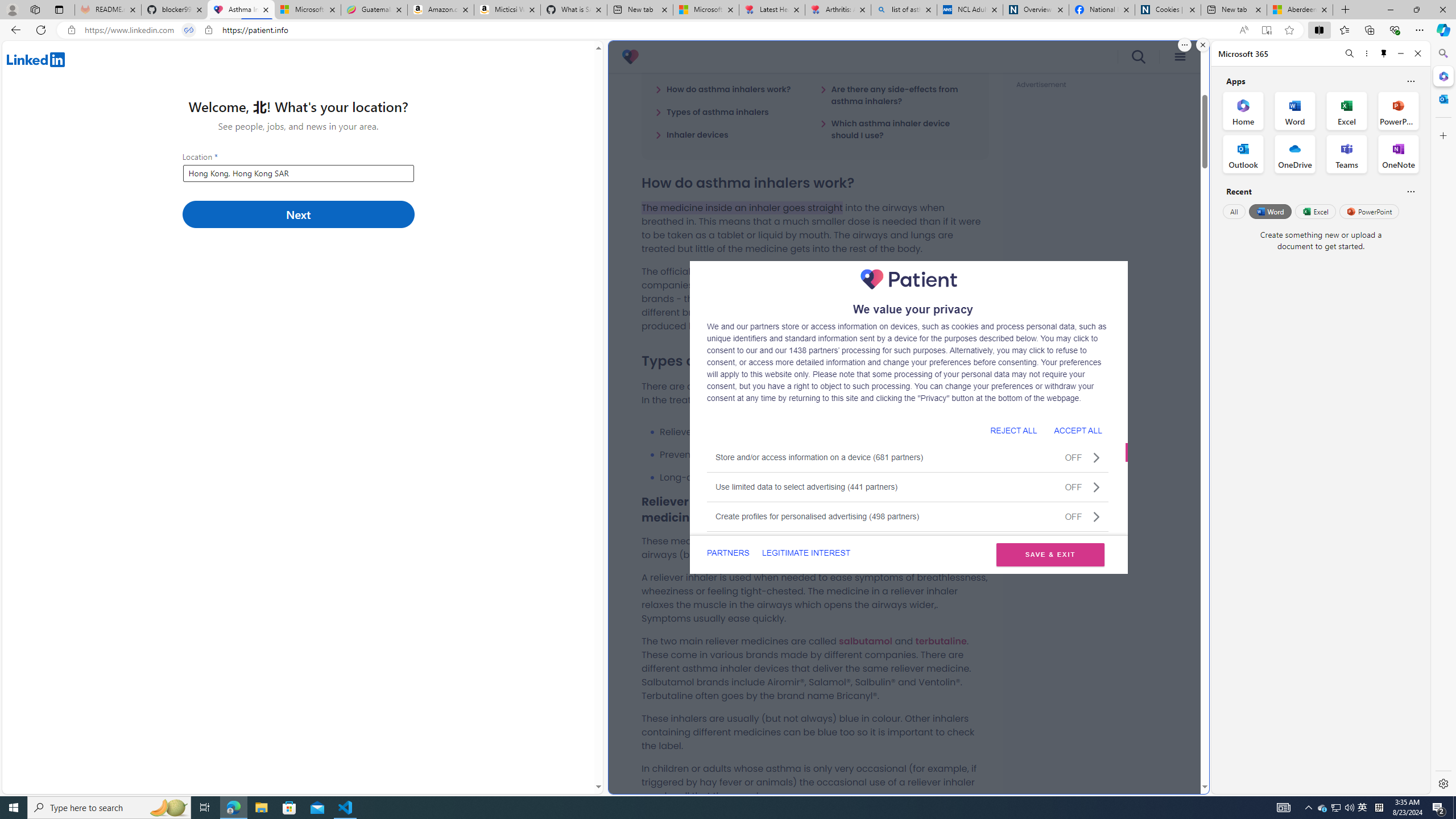 Image resolution: width=1456 pixels, height=819 pixels. I want to click on 'SAVE & EXIT', so click(1050, 554).